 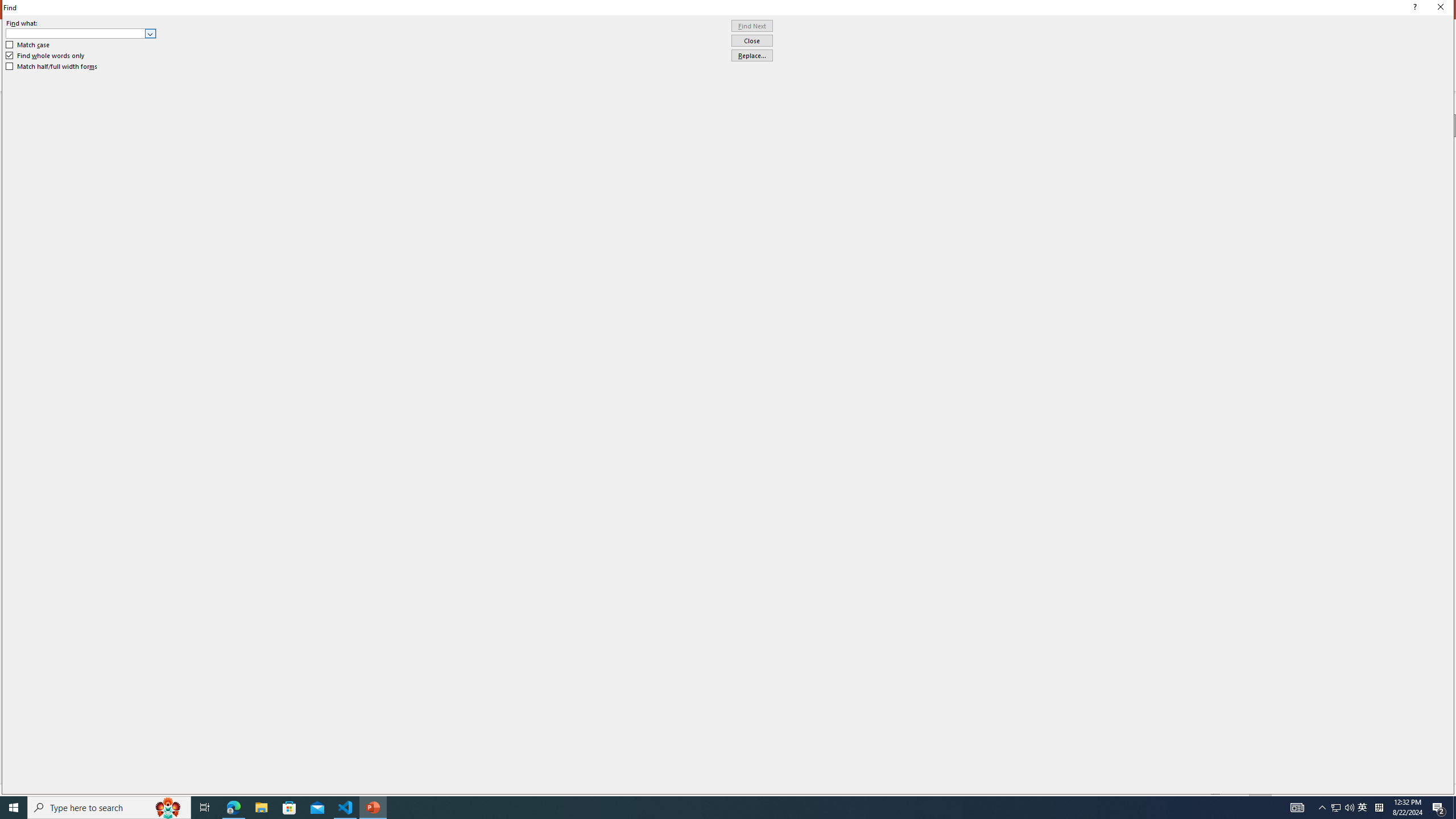 What do you see at coordinates (52, 66) in the screenshot?
I see `'Match half/full width forms'` at bounding box center [52, 66].